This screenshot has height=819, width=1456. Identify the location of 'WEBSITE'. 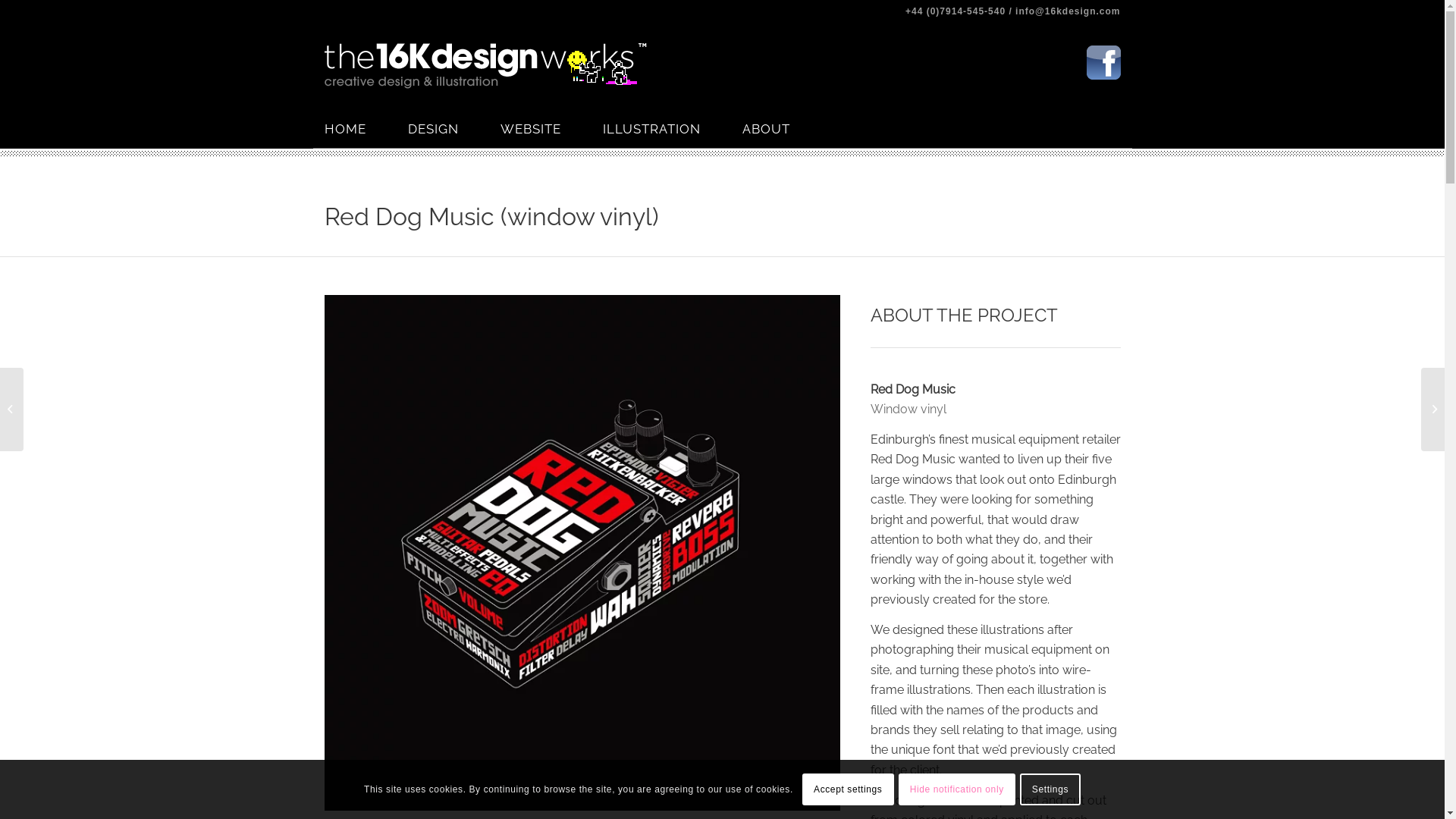
(551, 127).